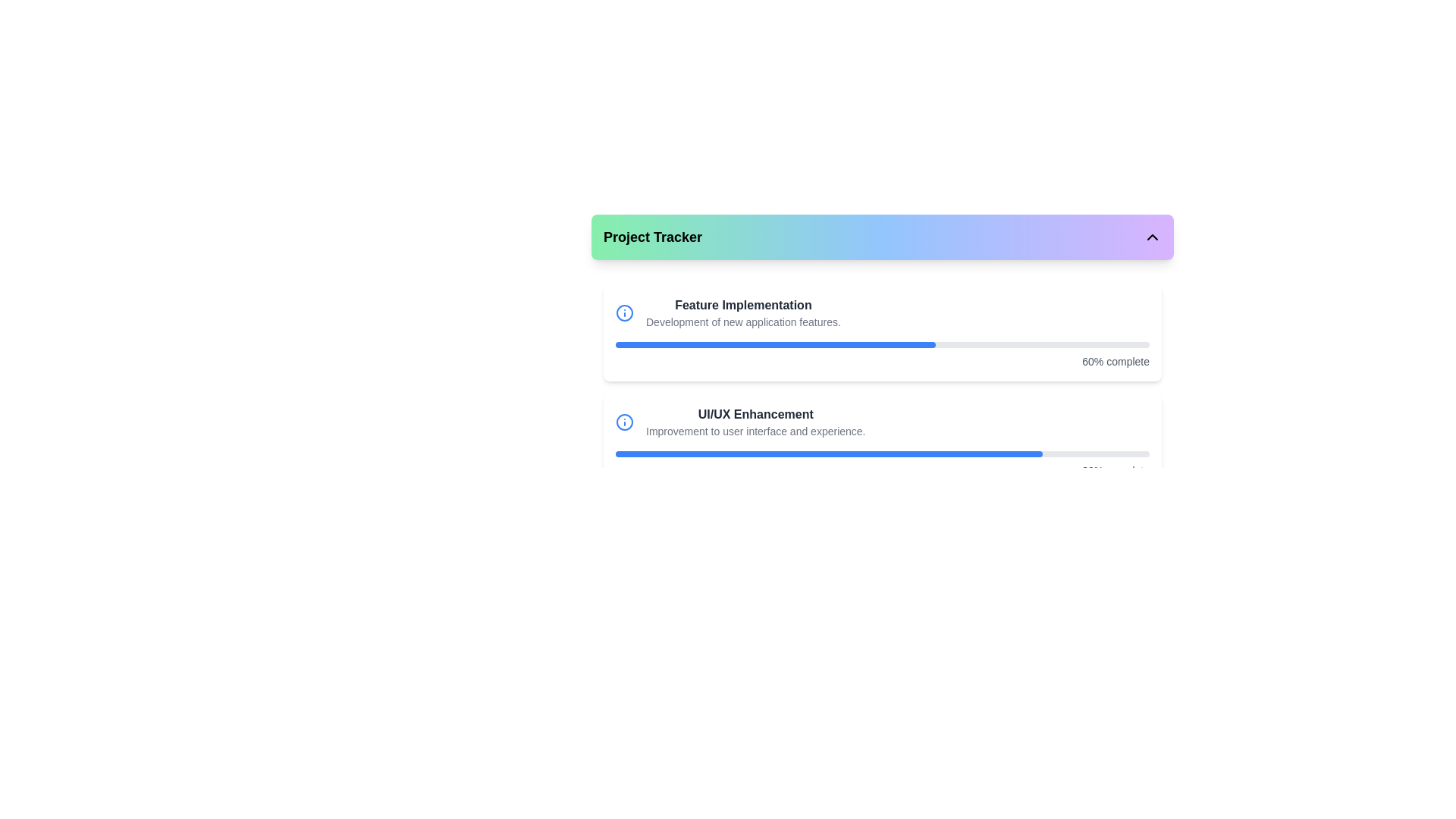 The width and height of the screenshot is (1456, 819). I want to click on the text display titled 'Feature Implementation', so click(743, 312).